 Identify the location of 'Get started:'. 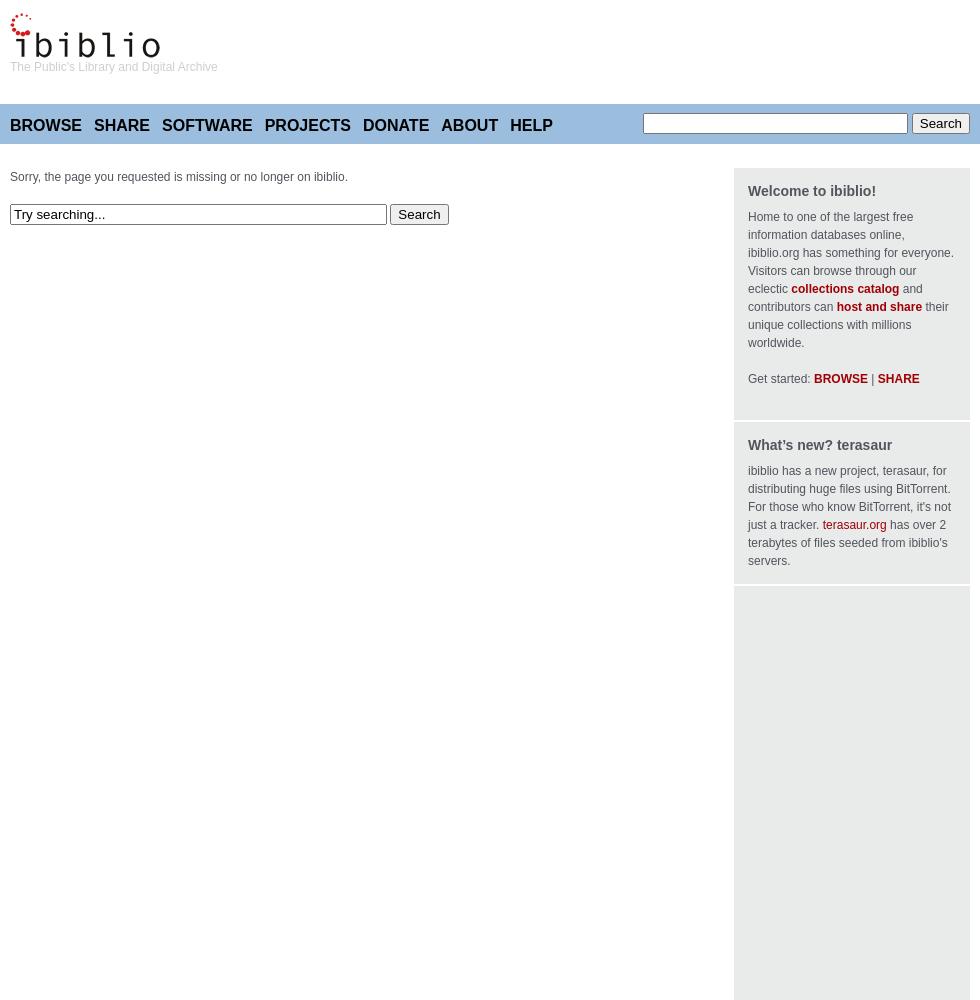
(780, 379).